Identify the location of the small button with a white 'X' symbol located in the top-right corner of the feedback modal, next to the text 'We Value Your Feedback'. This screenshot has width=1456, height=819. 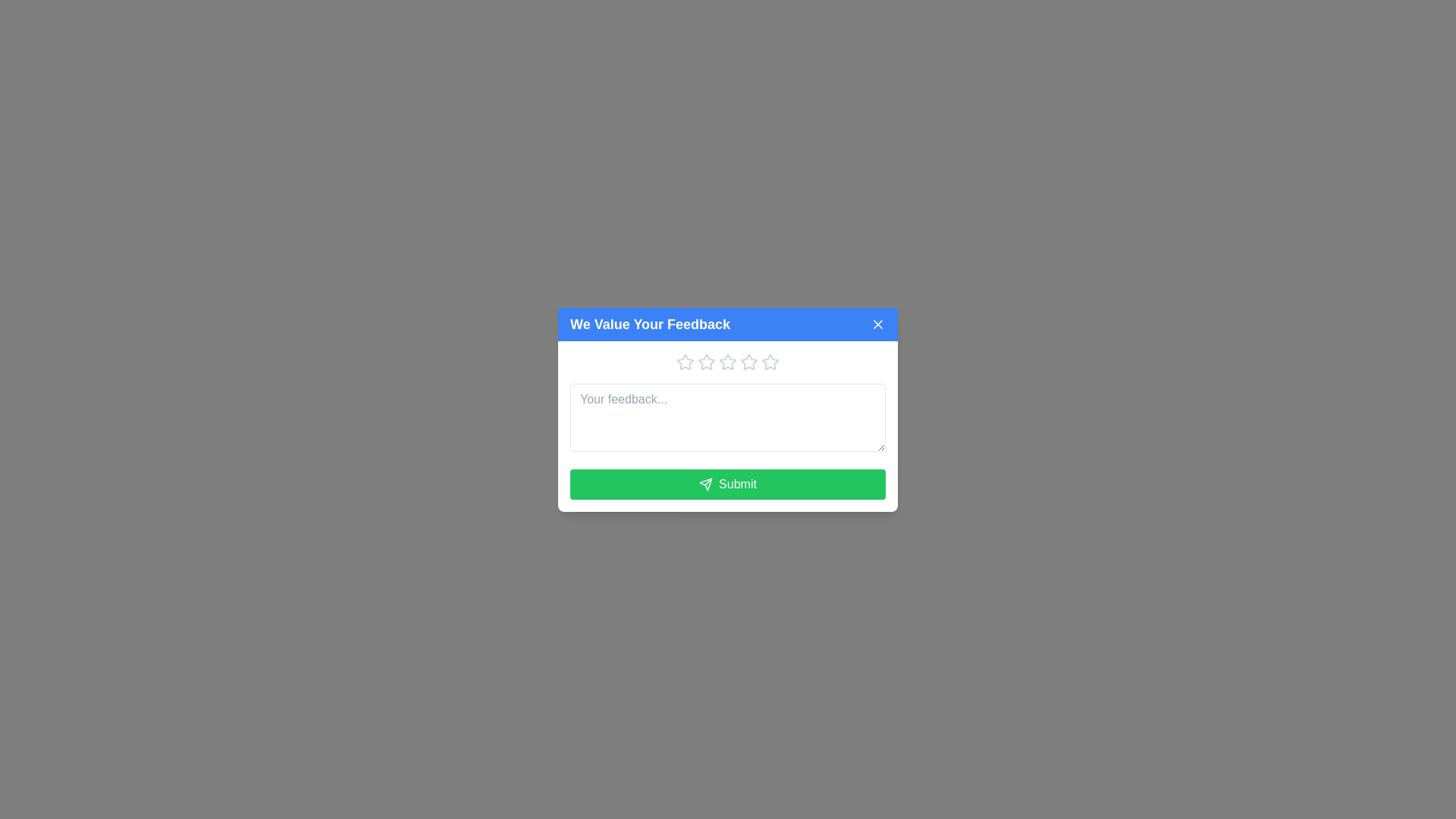
(877, 323).